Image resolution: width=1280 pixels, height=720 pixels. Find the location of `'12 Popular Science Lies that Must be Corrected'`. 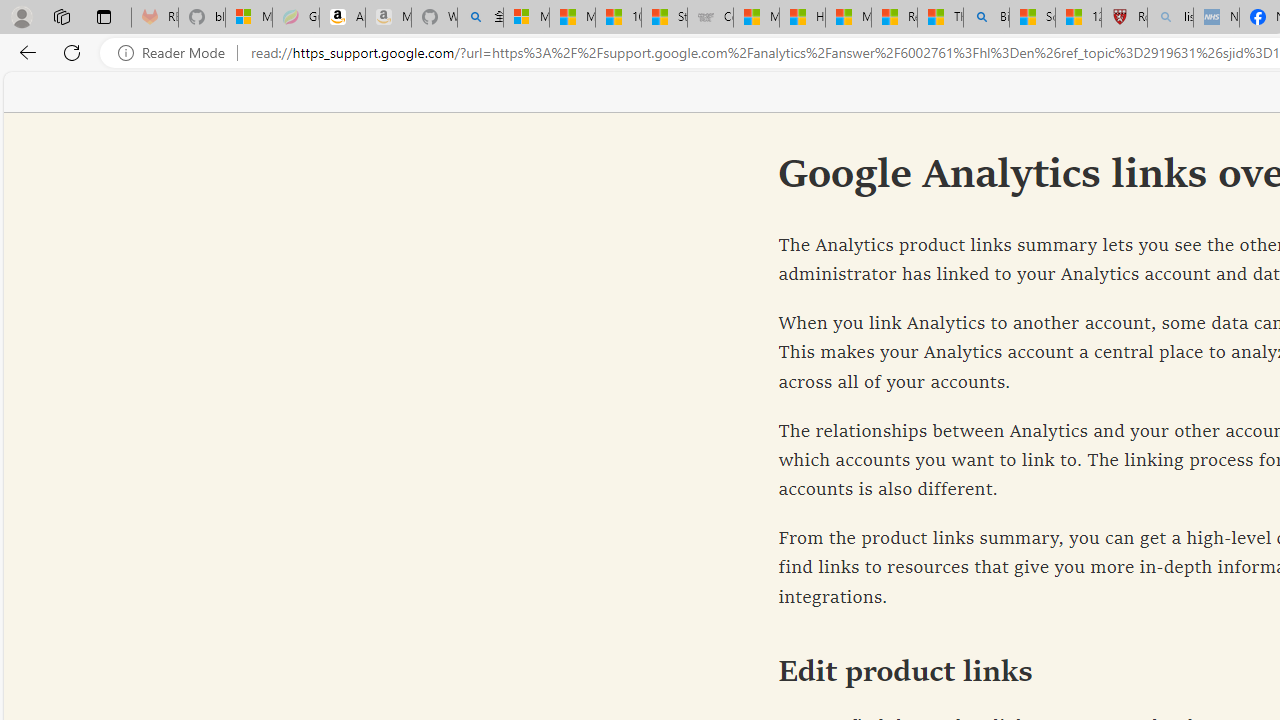

'12 Popular Science Lies that Must be Corrected' is located at coordinates (1077, 17).